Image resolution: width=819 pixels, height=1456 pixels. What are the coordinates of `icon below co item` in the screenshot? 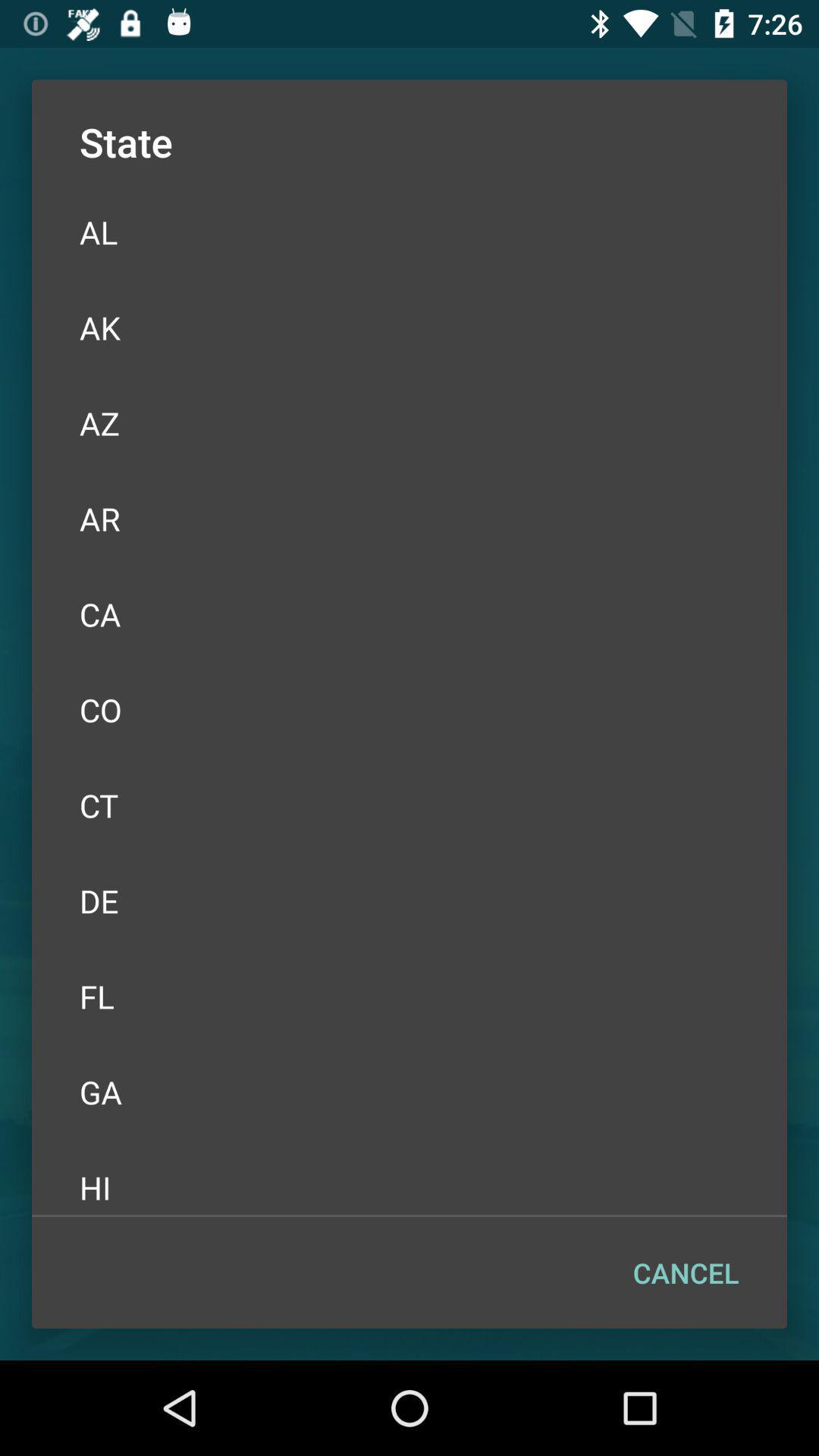 It's located at (409, 804).